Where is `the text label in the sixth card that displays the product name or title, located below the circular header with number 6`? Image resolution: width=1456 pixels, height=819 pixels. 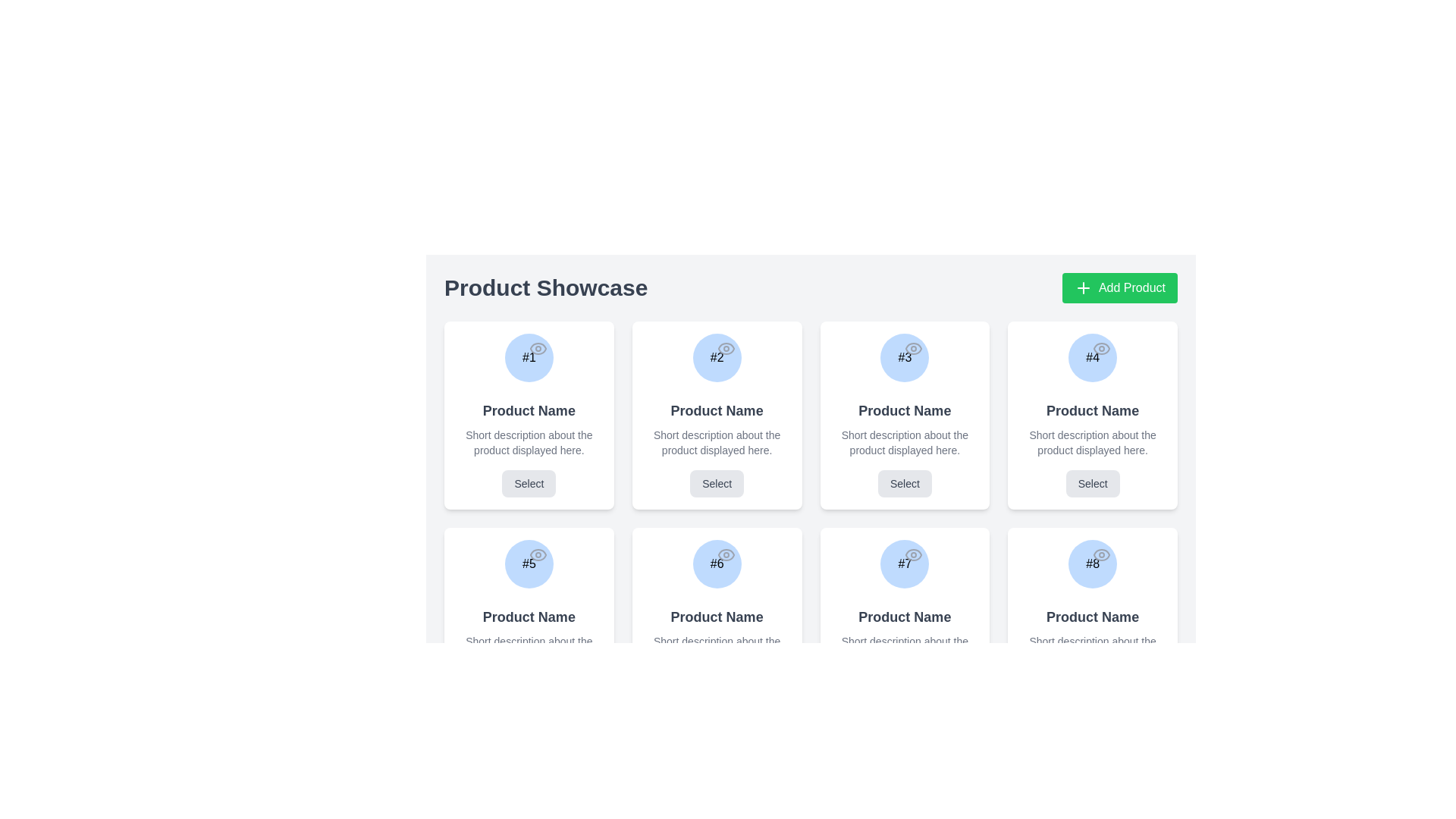
the text label in the sixth card that displays the product name or title, located below the circular header with number 6 is located at coordinates (716, 617).